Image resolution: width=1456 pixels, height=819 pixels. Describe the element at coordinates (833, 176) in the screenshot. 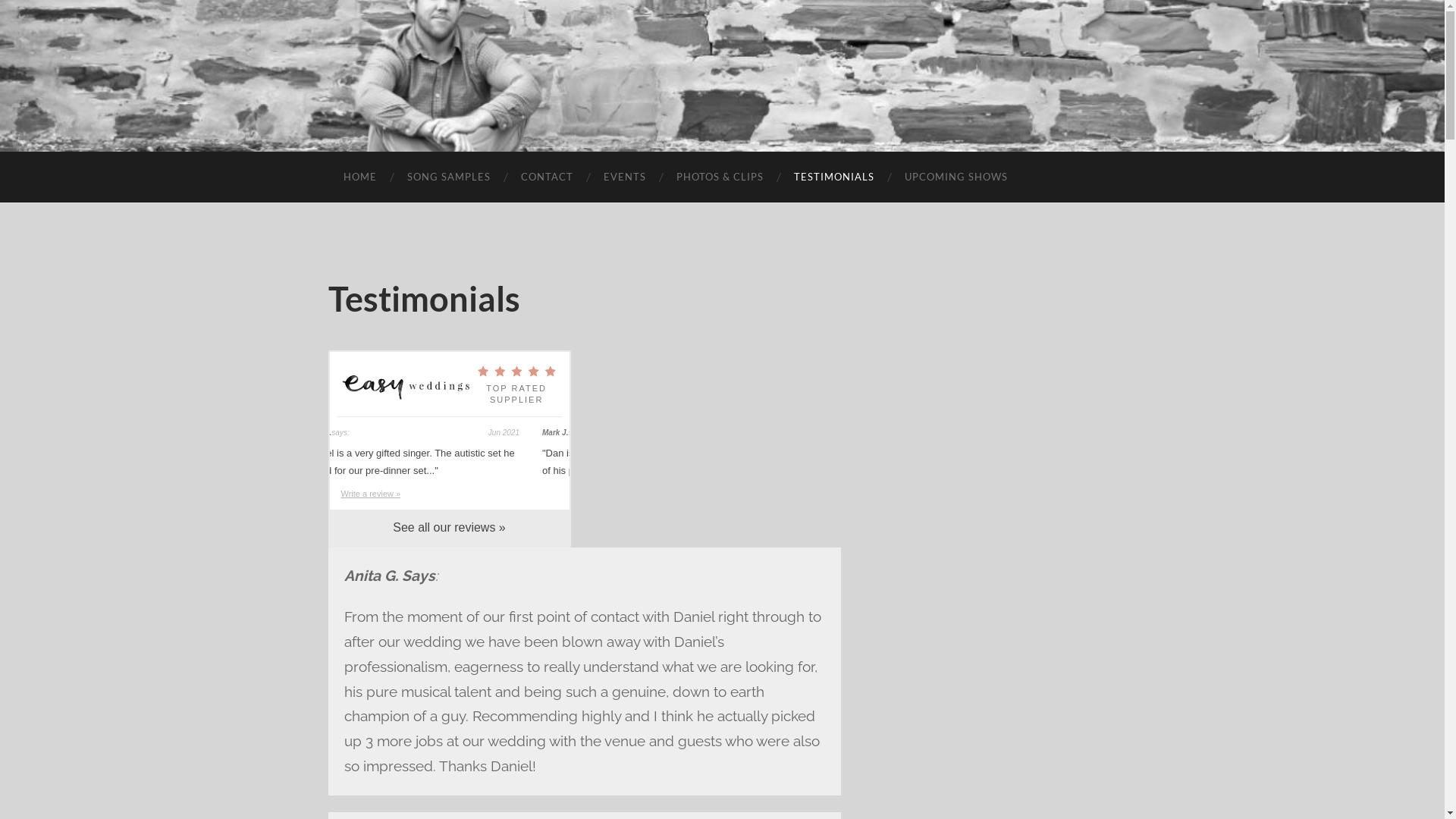

I see `'TESTIMONIALS'` at that location.